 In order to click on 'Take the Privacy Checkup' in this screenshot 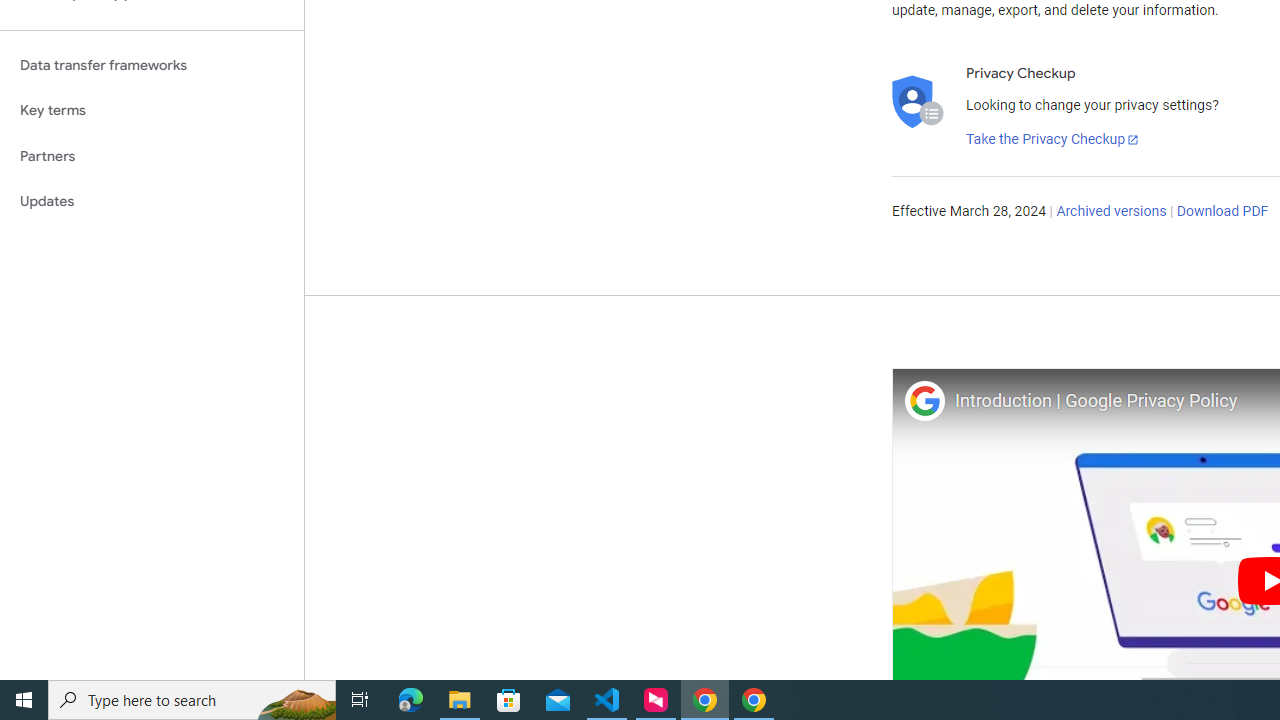, I will do `click(1052, 139)`.